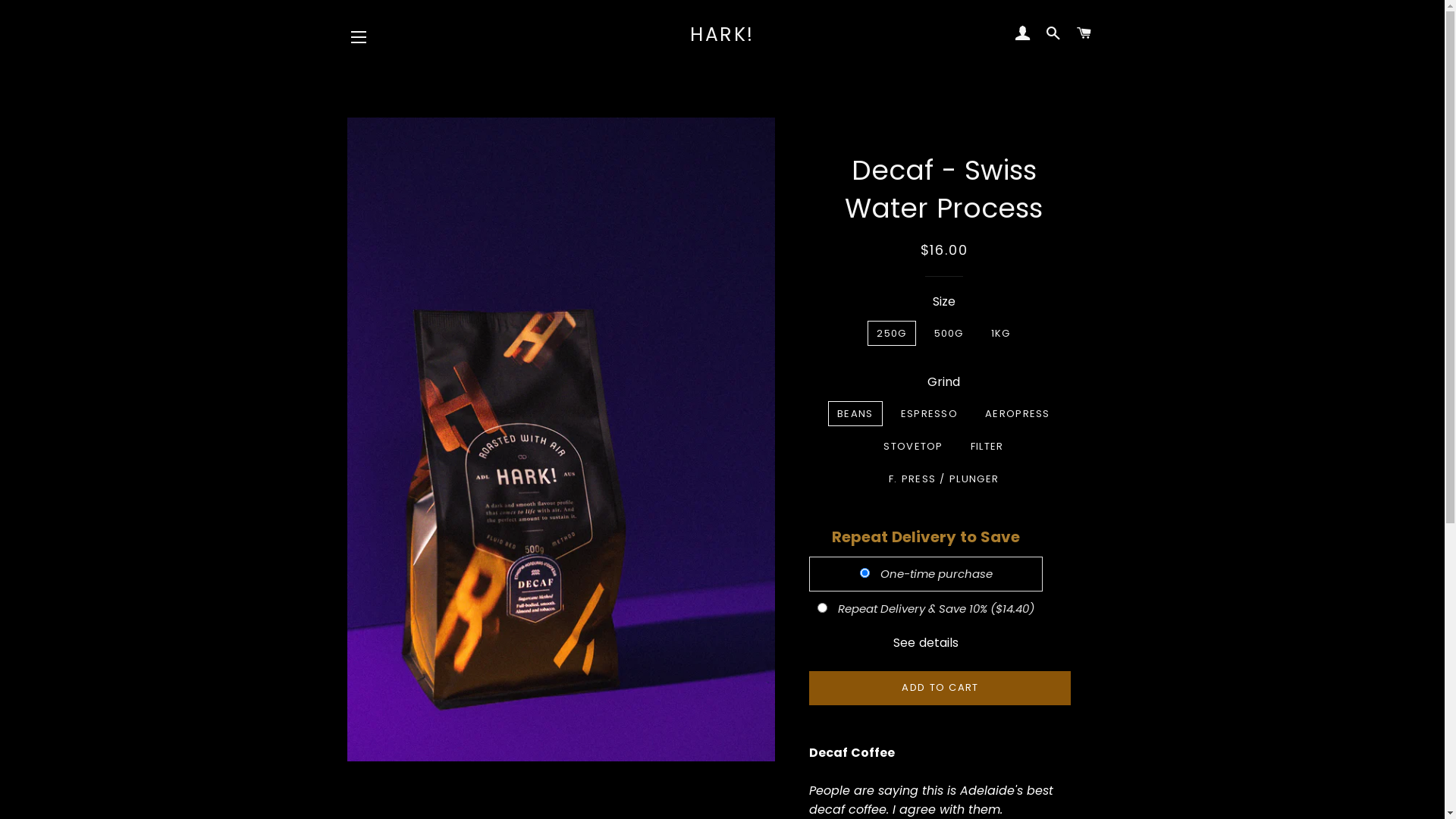 Image resolution: width=1456 pixels, height=819 pixels. What do you see at coordinates (1053, 34) in the screenshot?
I see `'SEARCH'` at bounding box center [1053, 34].